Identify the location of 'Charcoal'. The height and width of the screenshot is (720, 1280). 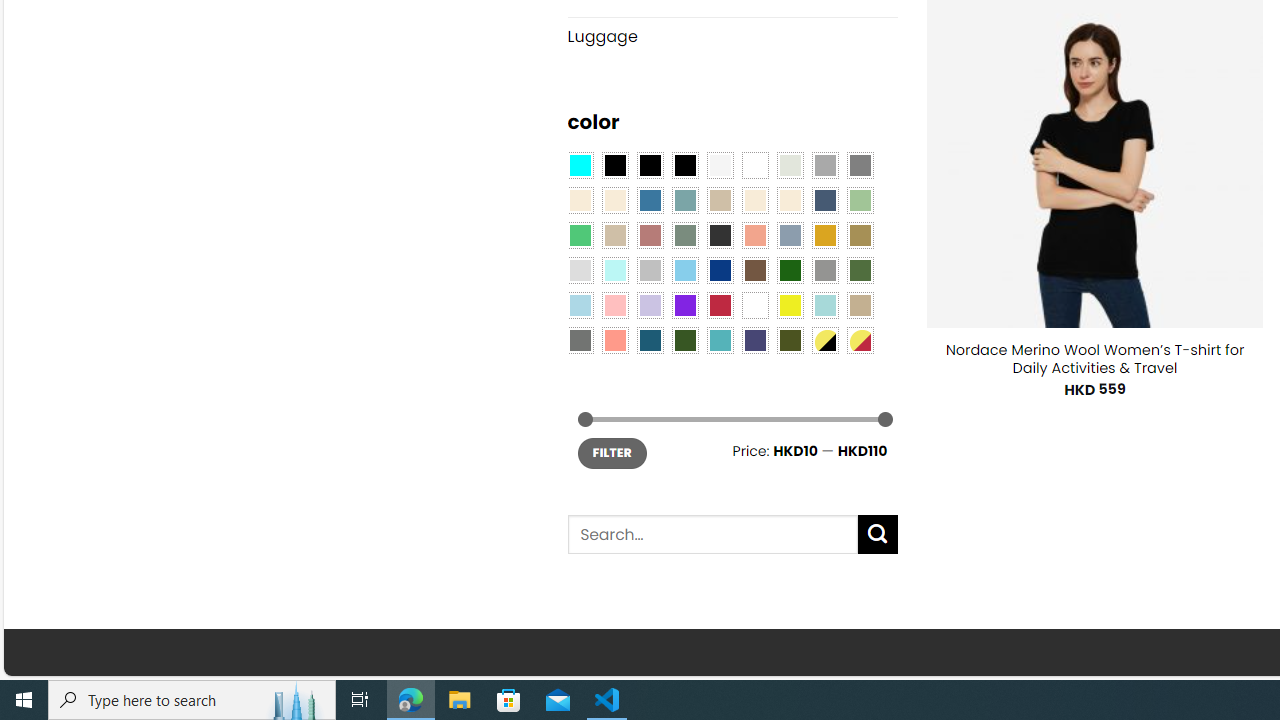
(720, 233).